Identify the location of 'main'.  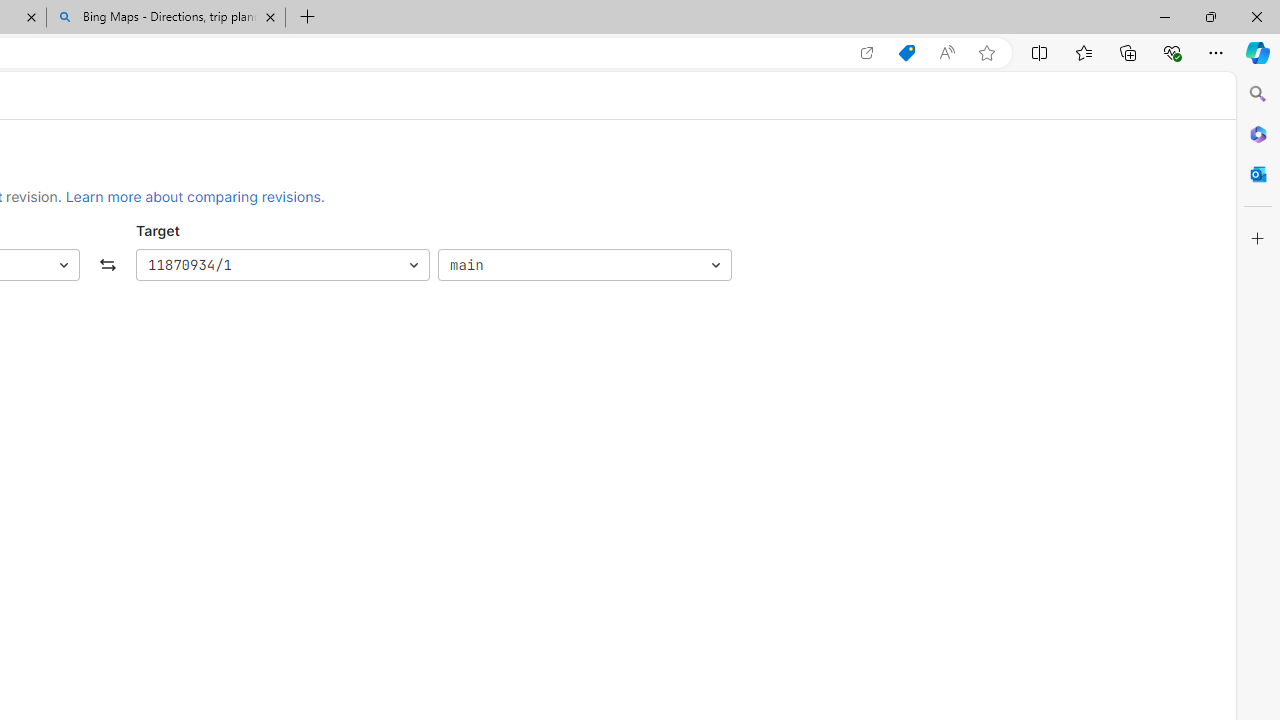
(583, 264).